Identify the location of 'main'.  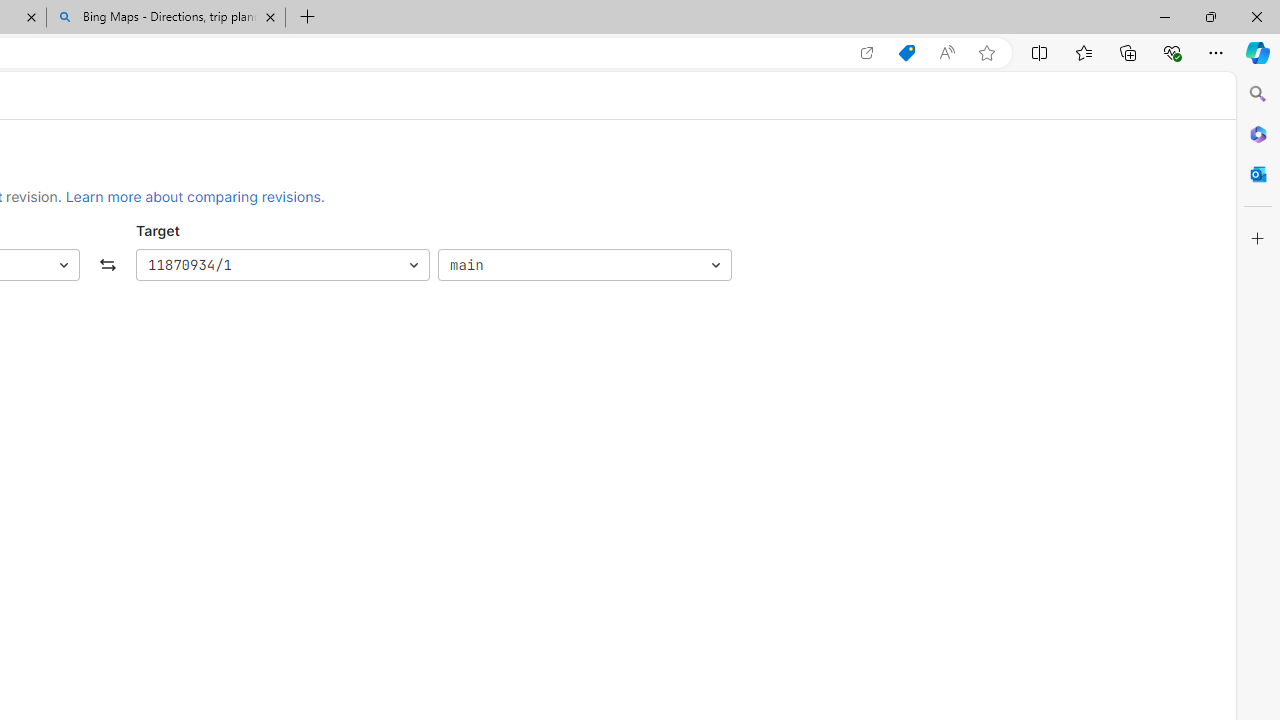
(583, 264).